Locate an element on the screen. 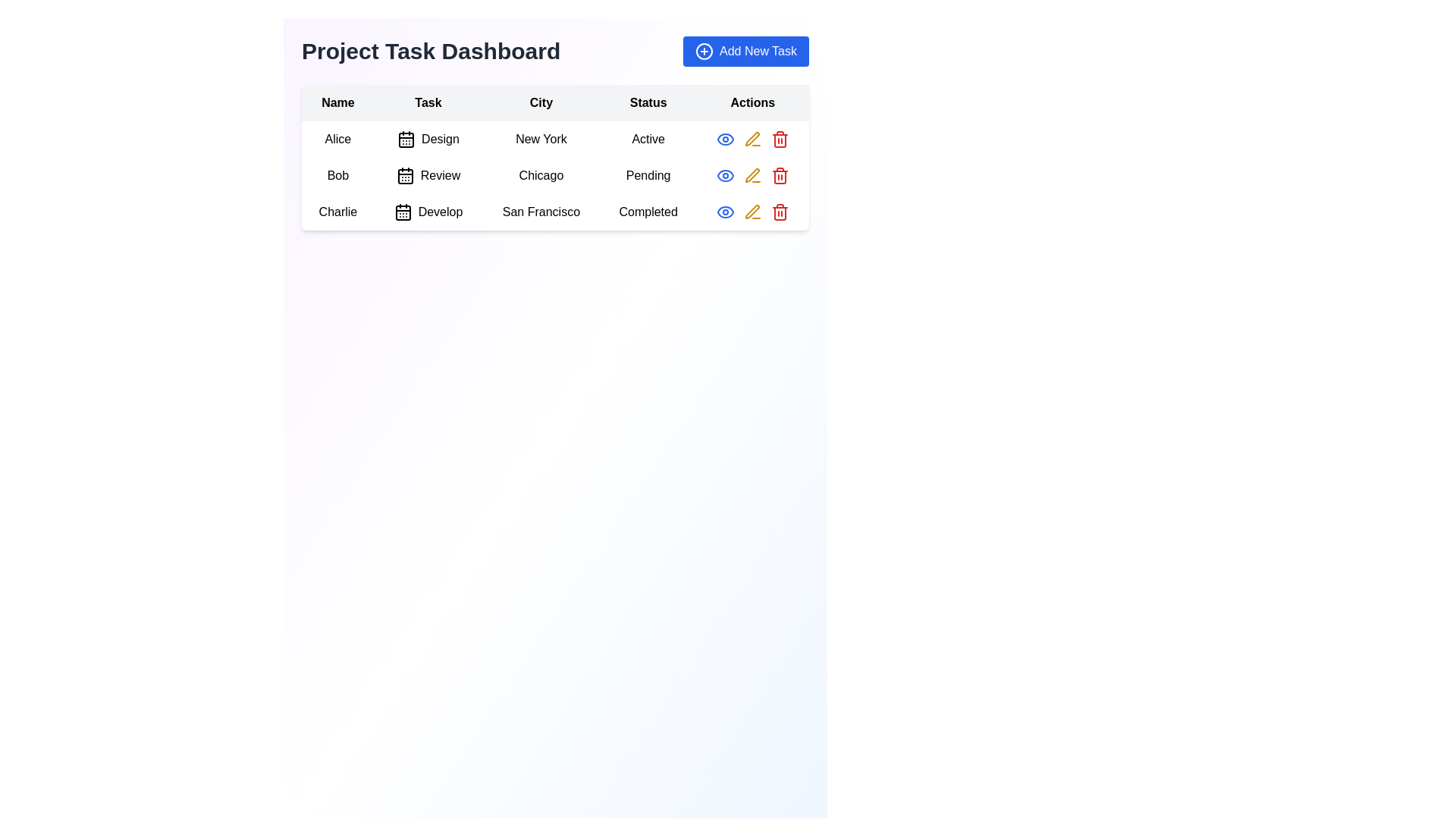 The image size is (1456, 819). the delete icon in the 'Actions' column of the second row of the table is located at coordinates (780, 174).